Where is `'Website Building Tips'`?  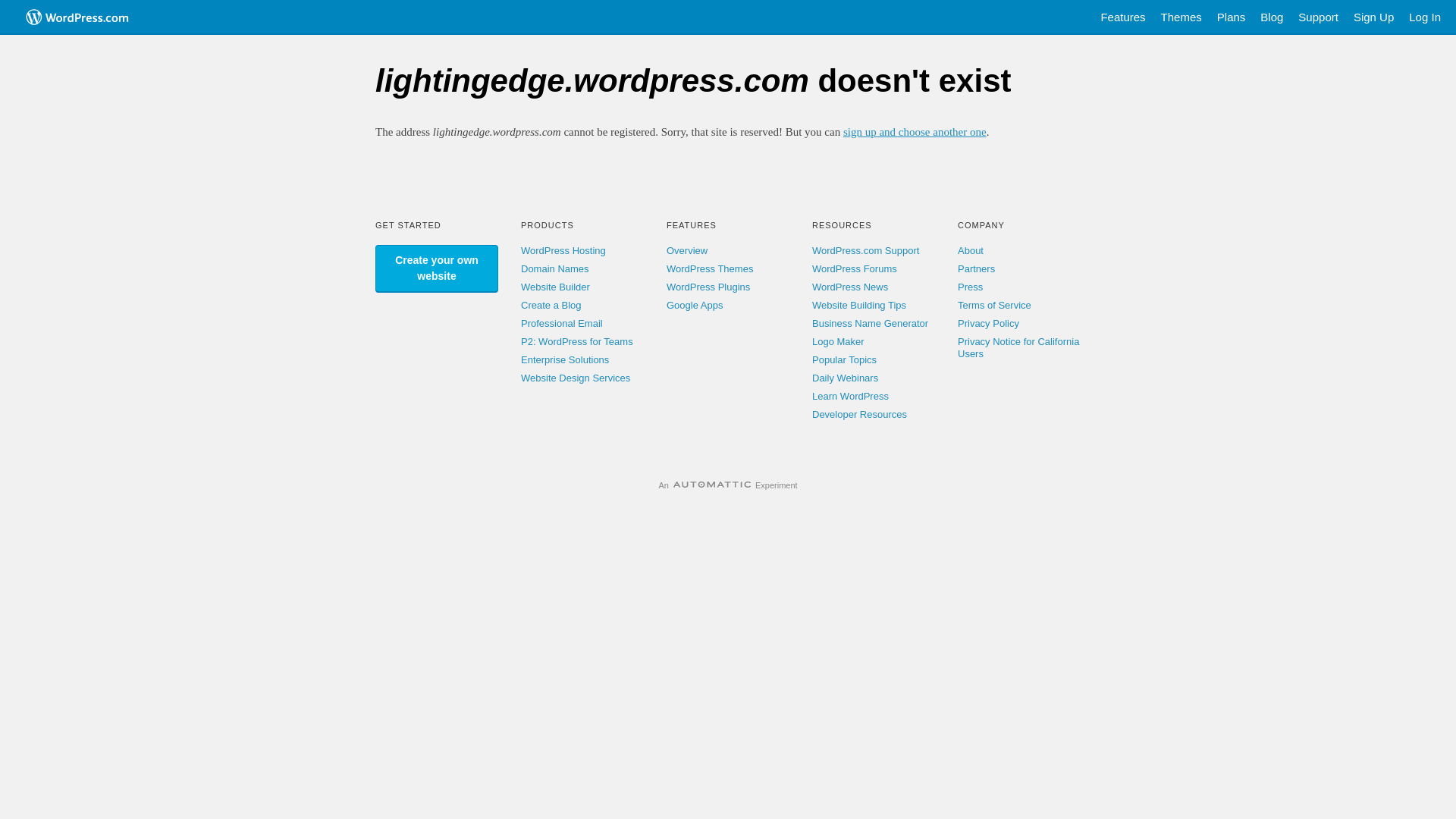
'Website Building Tips' is located at coordinates (858, 305).